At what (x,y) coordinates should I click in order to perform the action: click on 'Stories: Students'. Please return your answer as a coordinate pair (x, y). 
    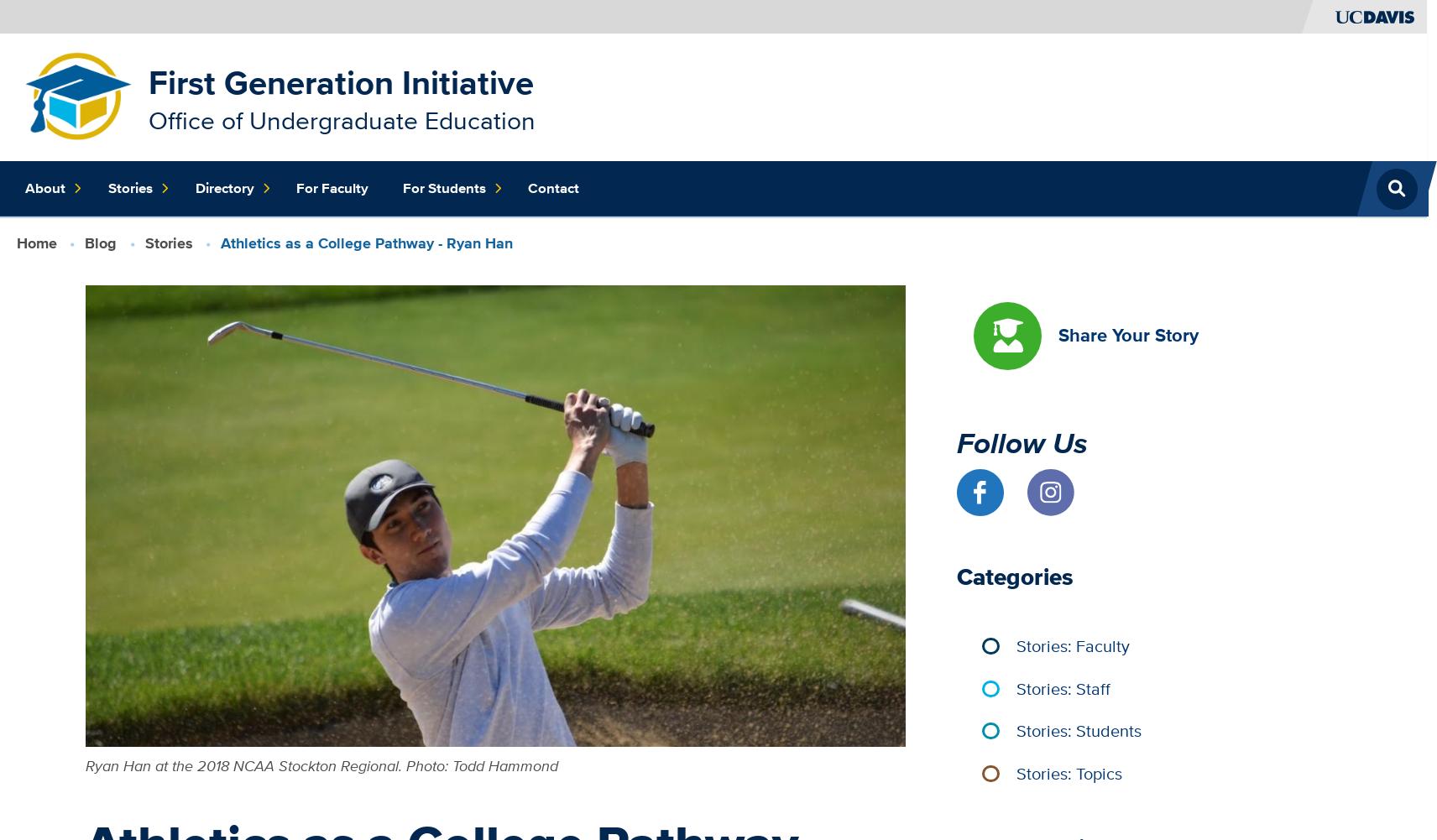
    Looking at the image, I should click on (1016, 730).